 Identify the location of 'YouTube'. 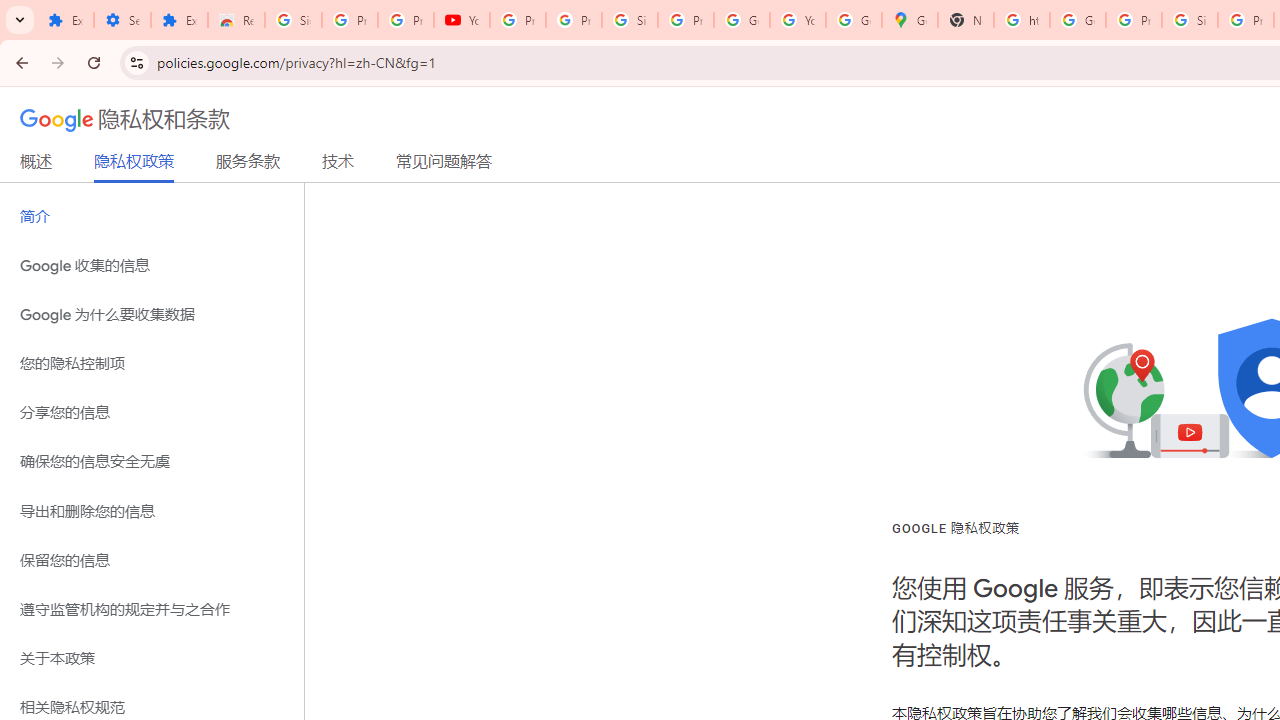
(461, 20).